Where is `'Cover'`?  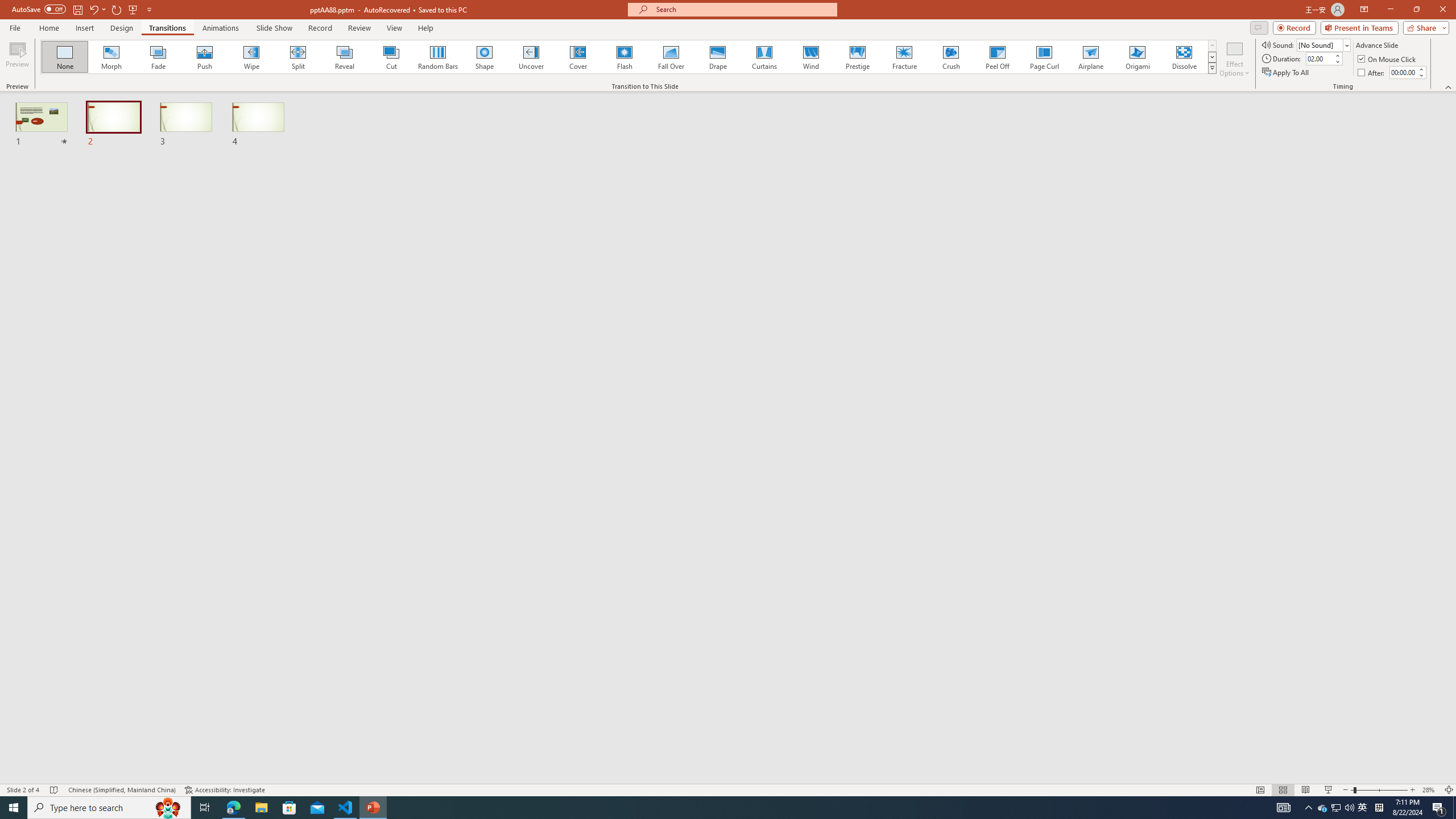 'Cover' is located at coordinates (577, 56).